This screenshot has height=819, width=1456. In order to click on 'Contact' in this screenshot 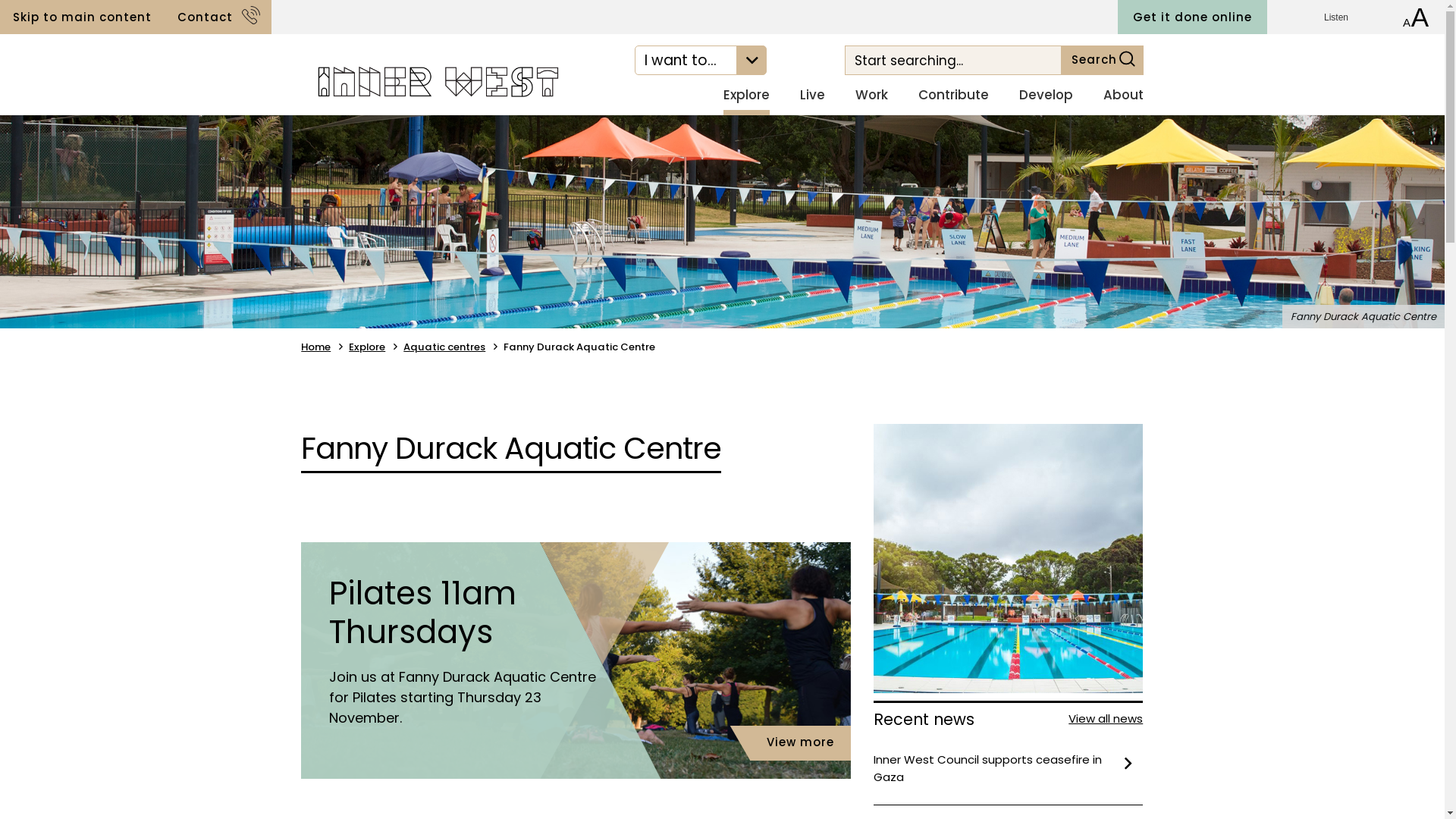, I will do `click(217, 17)`.